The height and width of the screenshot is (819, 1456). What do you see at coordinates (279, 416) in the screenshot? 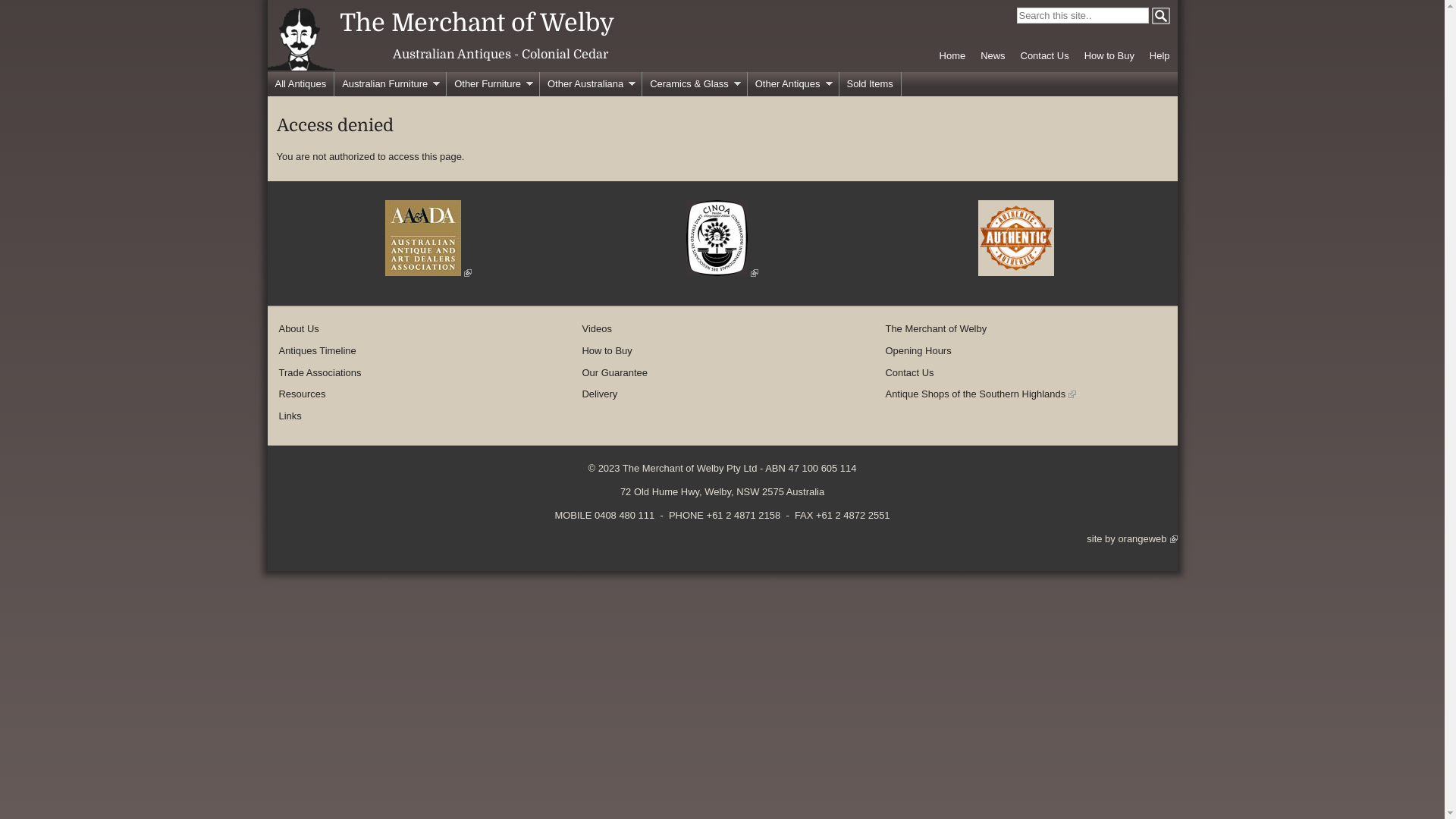
I see `'Links'` at bounding box center [279, 416].